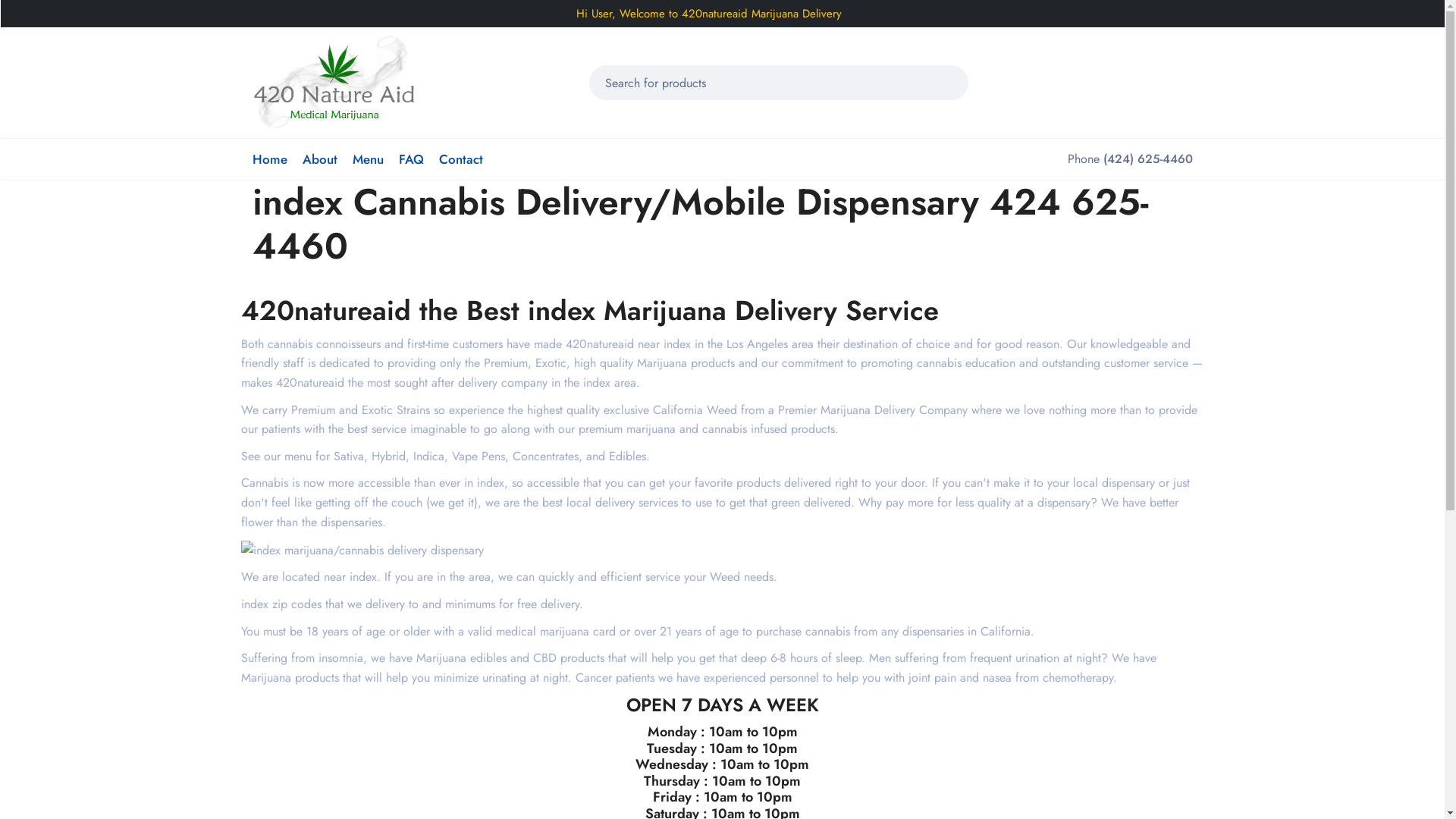 This screenshot has height=819, width=1456. Describe the element at coordinates (333, 81) in the screenshot. I see `'420natureaid Home'` at that location.